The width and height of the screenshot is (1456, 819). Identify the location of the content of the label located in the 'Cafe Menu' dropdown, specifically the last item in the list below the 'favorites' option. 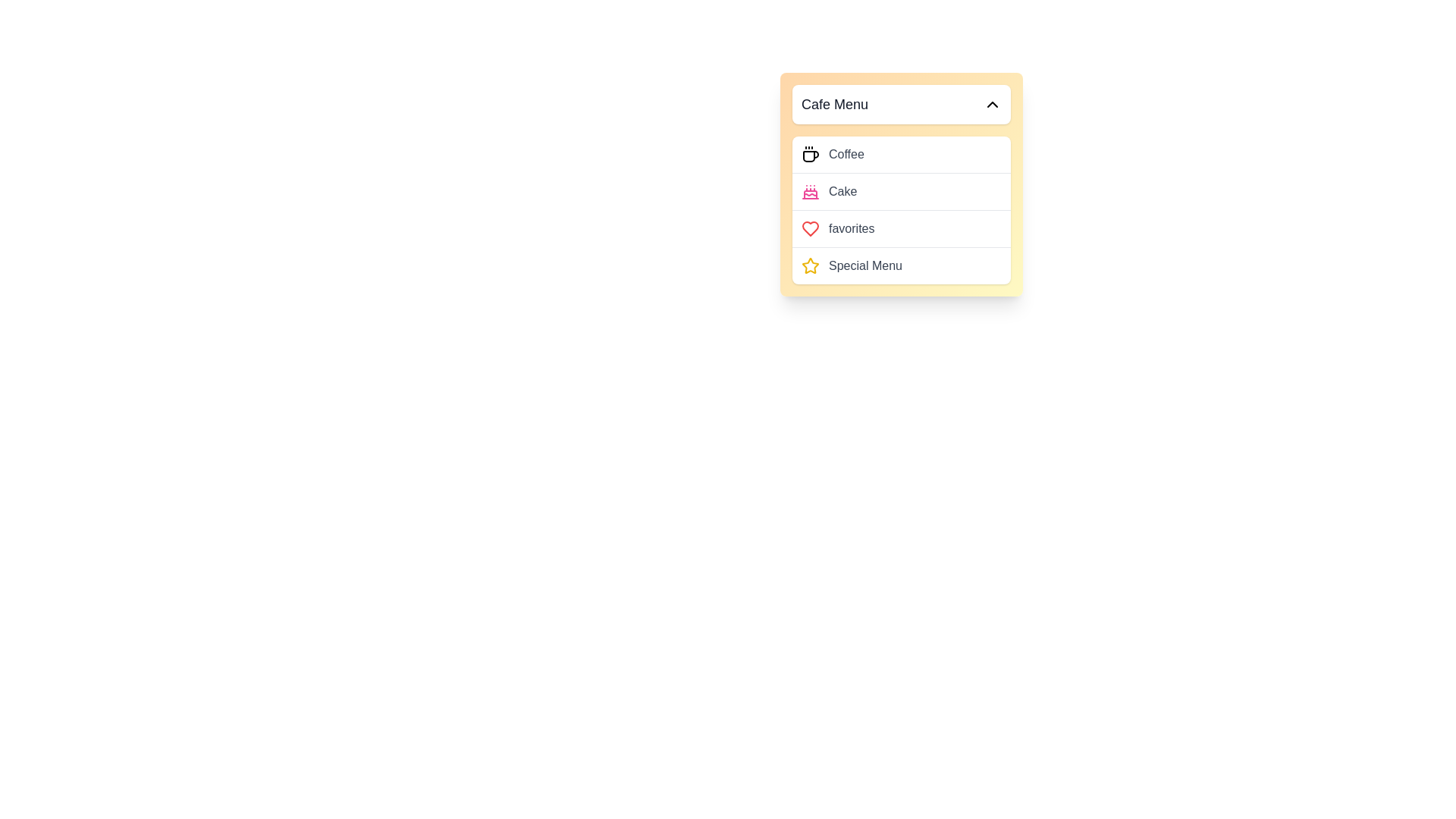
(865, 265).